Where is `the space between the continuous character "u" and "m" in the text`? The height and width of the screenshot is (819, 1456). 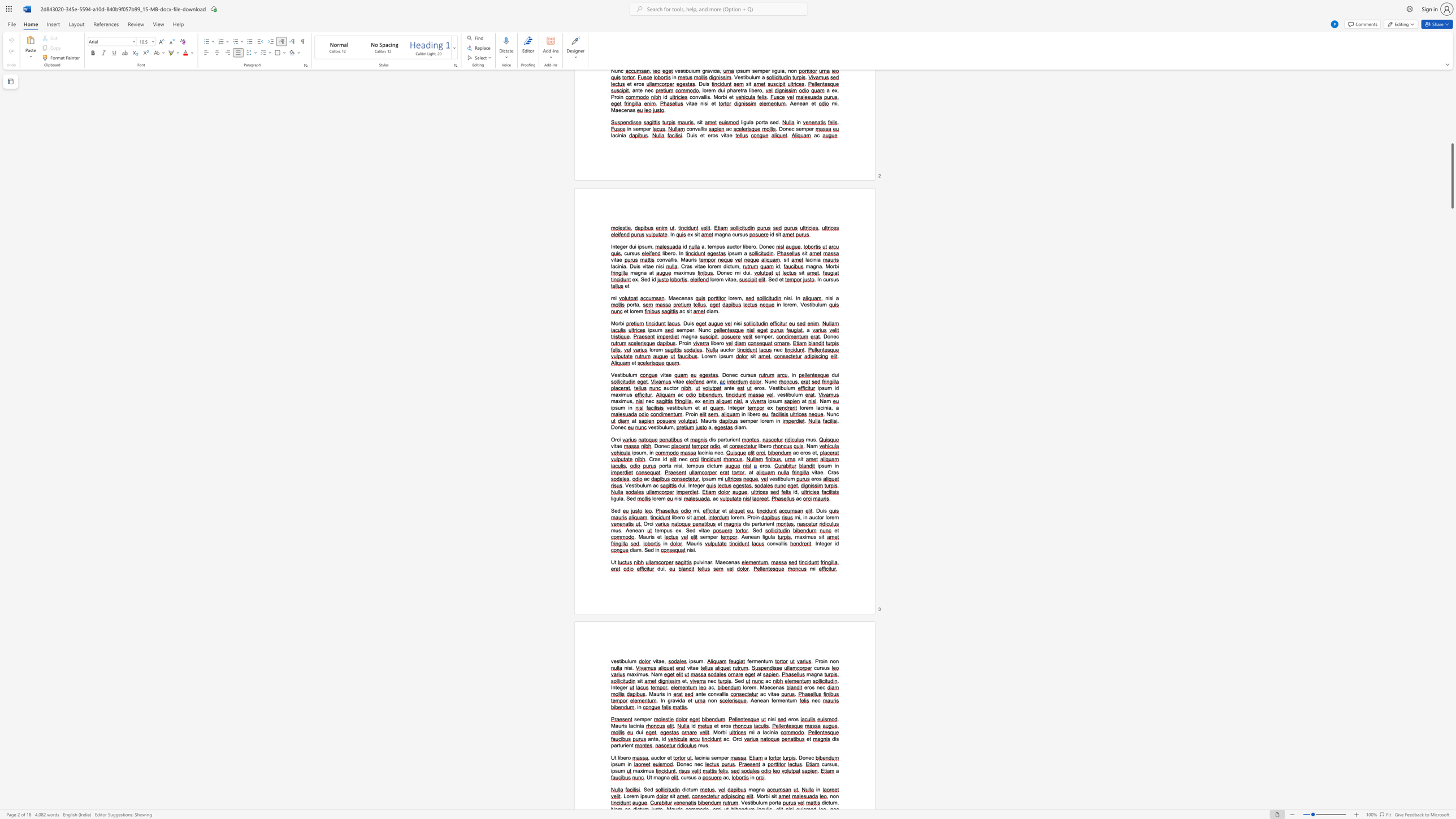
the space between the continuous character "u" and "m" in the text is located at coordinates (768, 661).